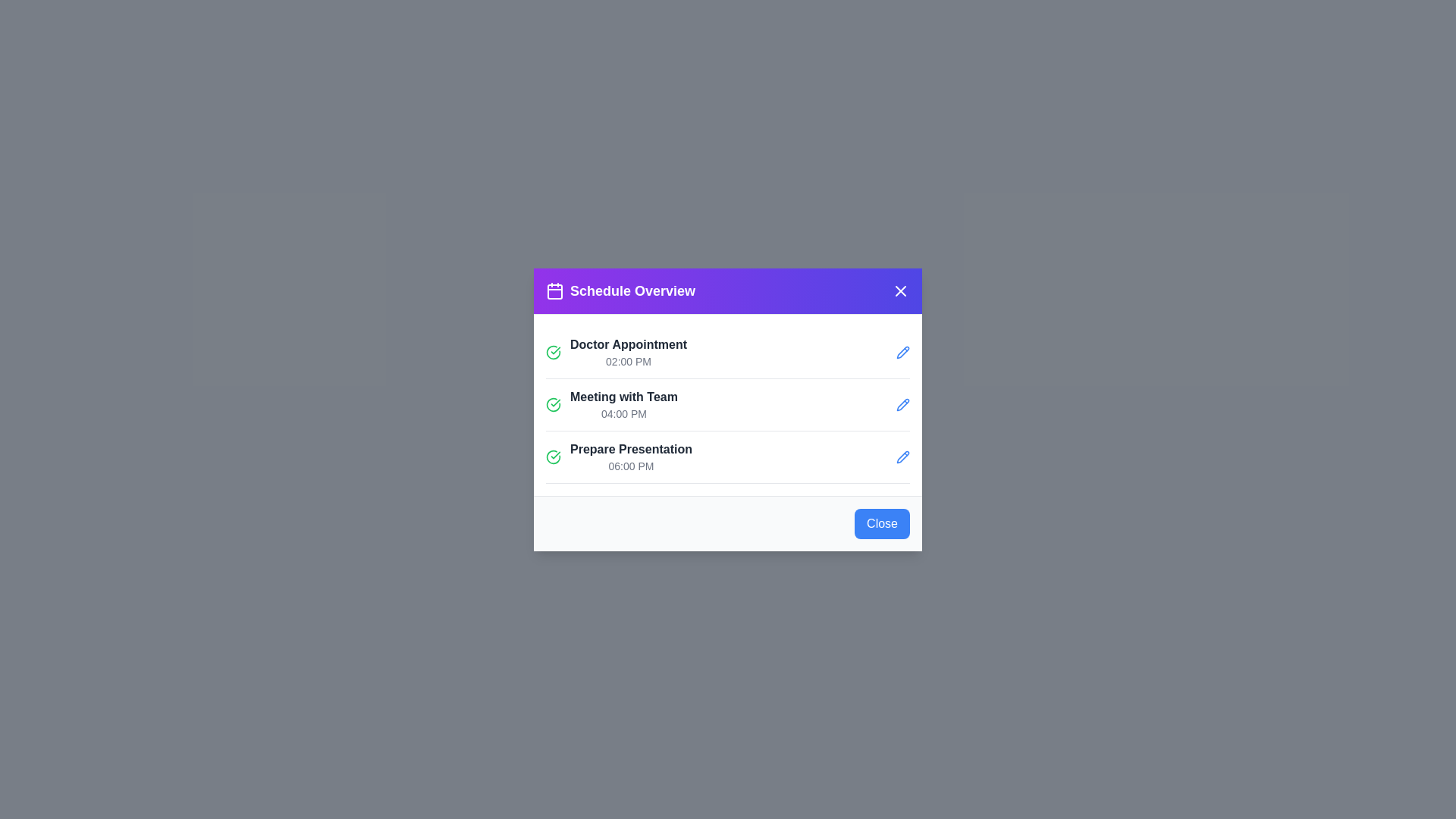  What do you see at coordinates (552, 403) in the screenshot?
I see `the status icon representing 'Meeting with Team' scheduled at '04:00 PM', located in the second row of the schedule list` at bounding box center [552, 403].